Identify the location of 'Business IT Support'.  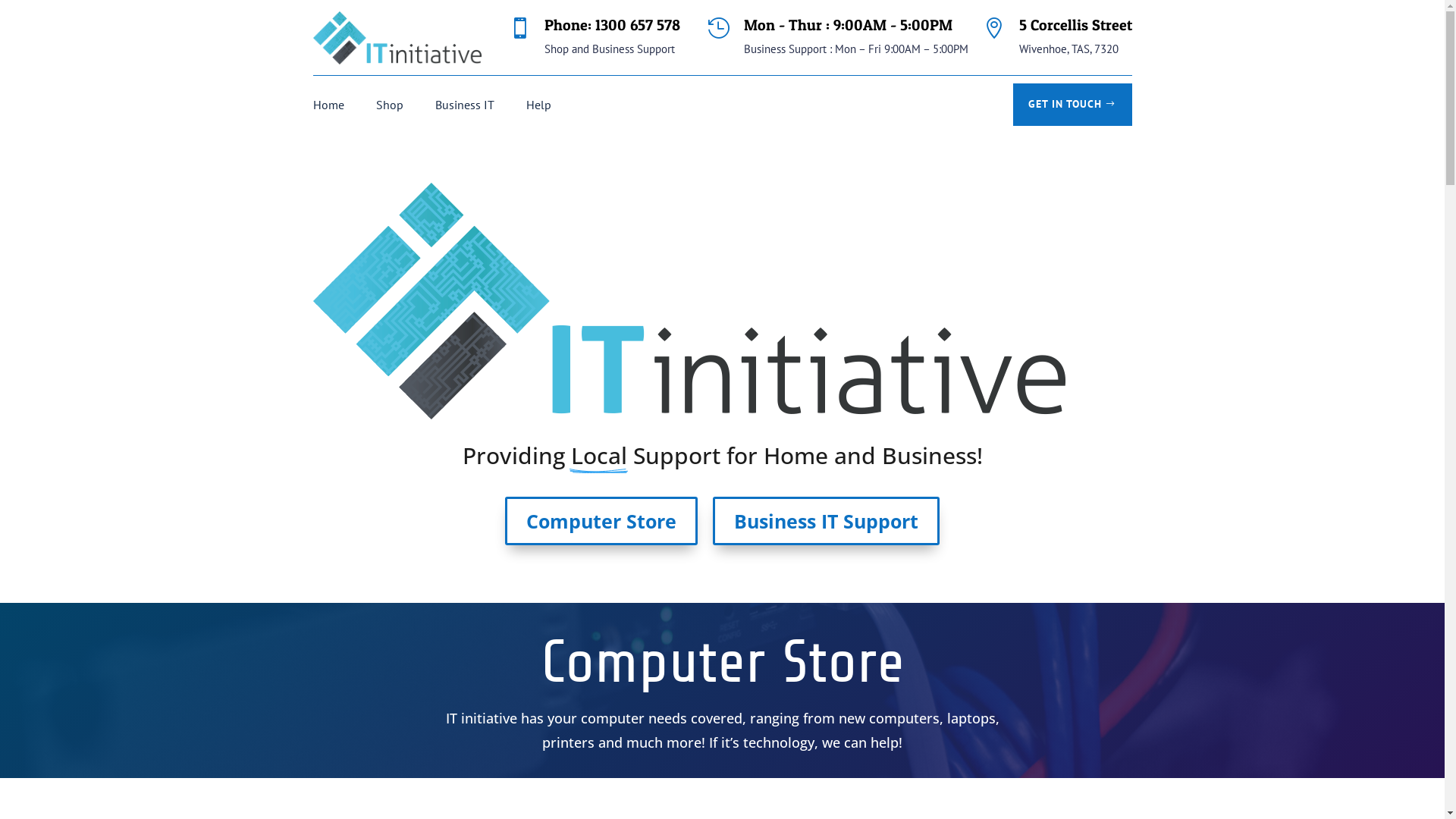
(712, 519).